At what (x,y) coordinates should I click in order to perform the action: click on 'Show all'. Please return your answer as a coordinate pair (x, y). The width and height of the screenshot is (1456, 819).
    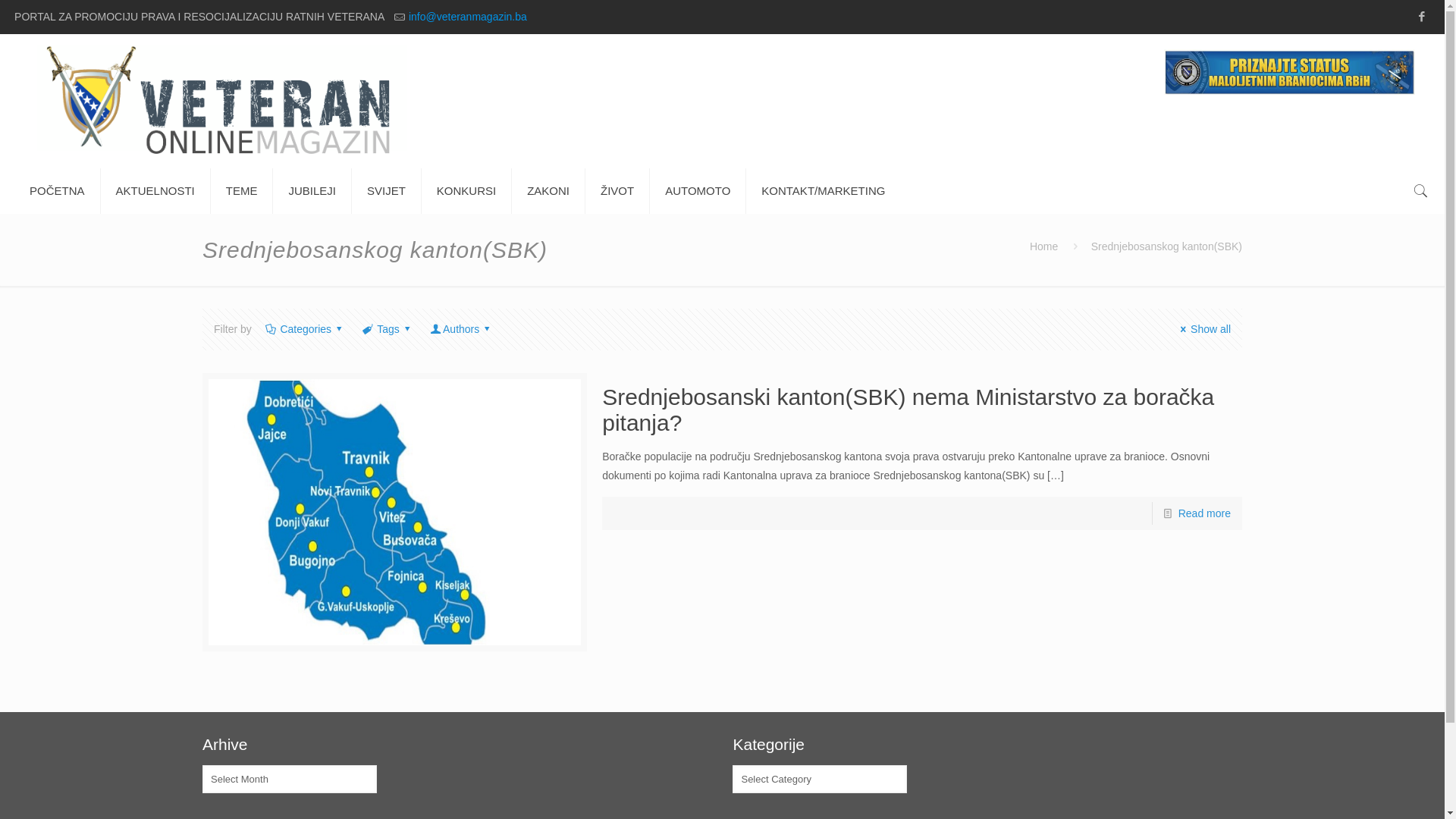
    Looking at the image, I should click on (1202, 328).